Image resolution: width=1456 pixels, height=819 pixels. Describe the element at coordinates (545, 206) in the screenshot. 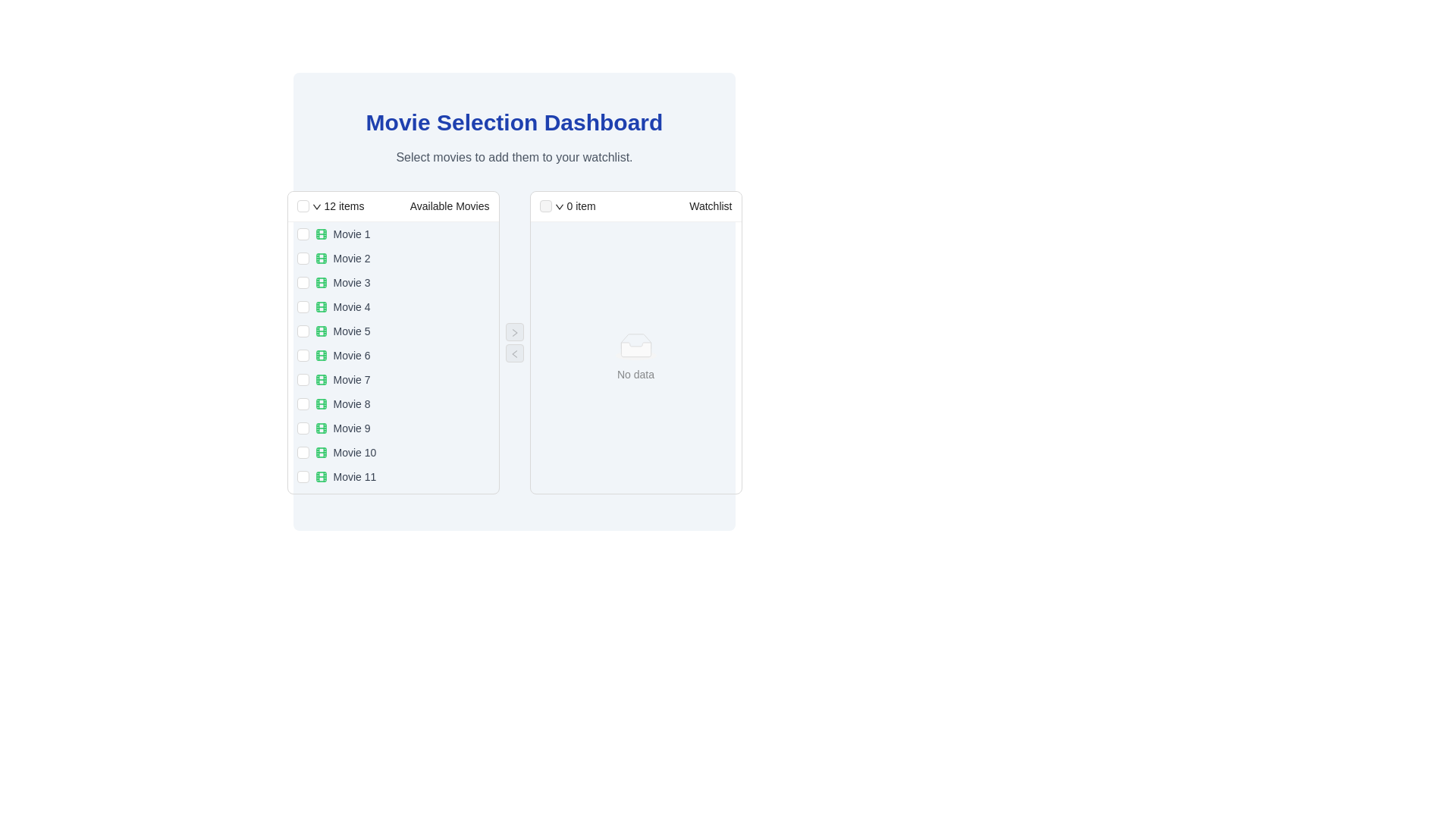

I see `the disabled and interactive checkbox located in the header section of the 'Watchlist', which is positioned to the left of the '0 item' label` at that location.